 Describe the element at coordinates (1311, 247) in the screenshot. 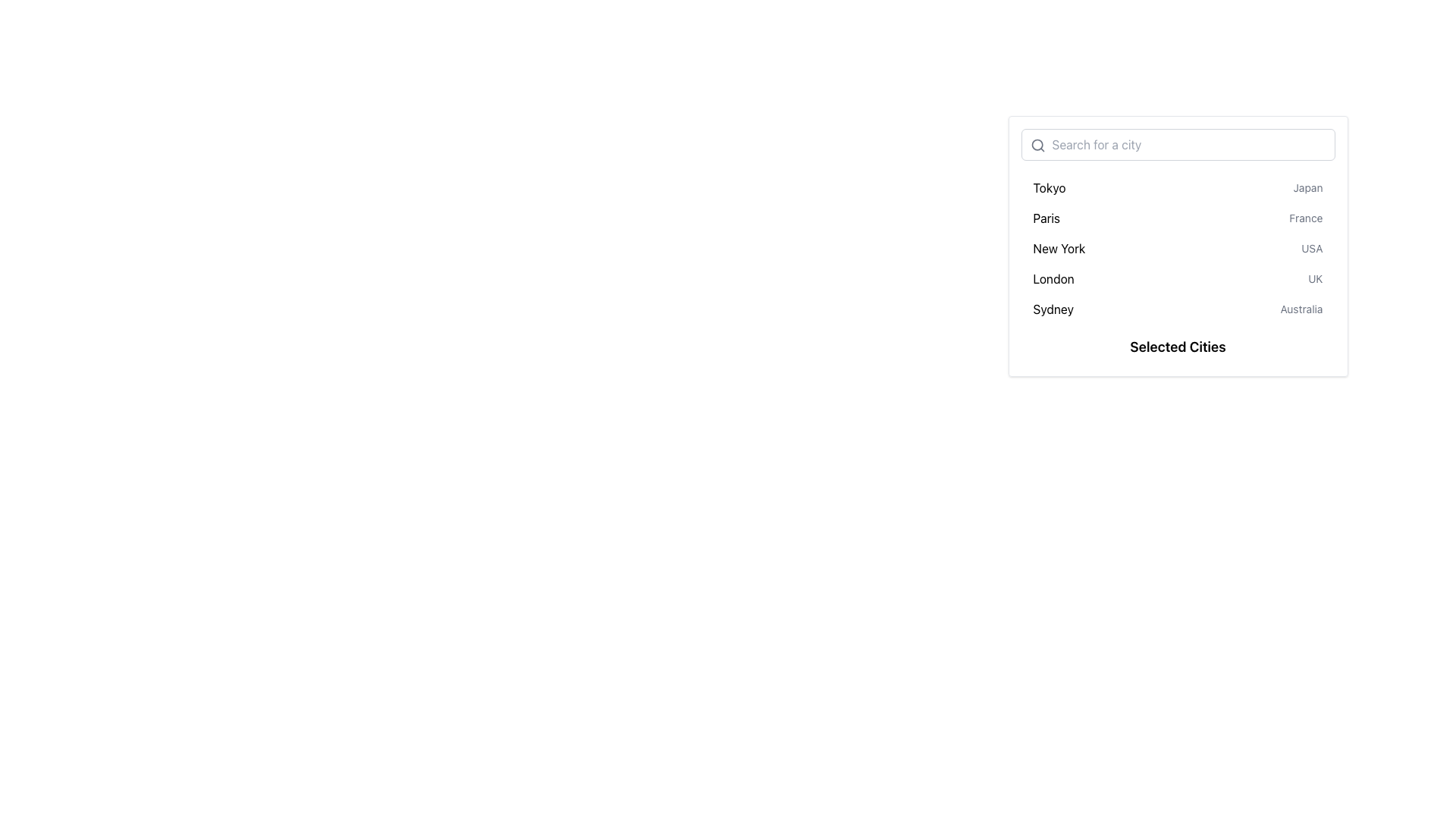

I see `the text label indicating the country associated with the city 'New York', which is aligned to the right end of the 'New York' row in the city listing` at that location.